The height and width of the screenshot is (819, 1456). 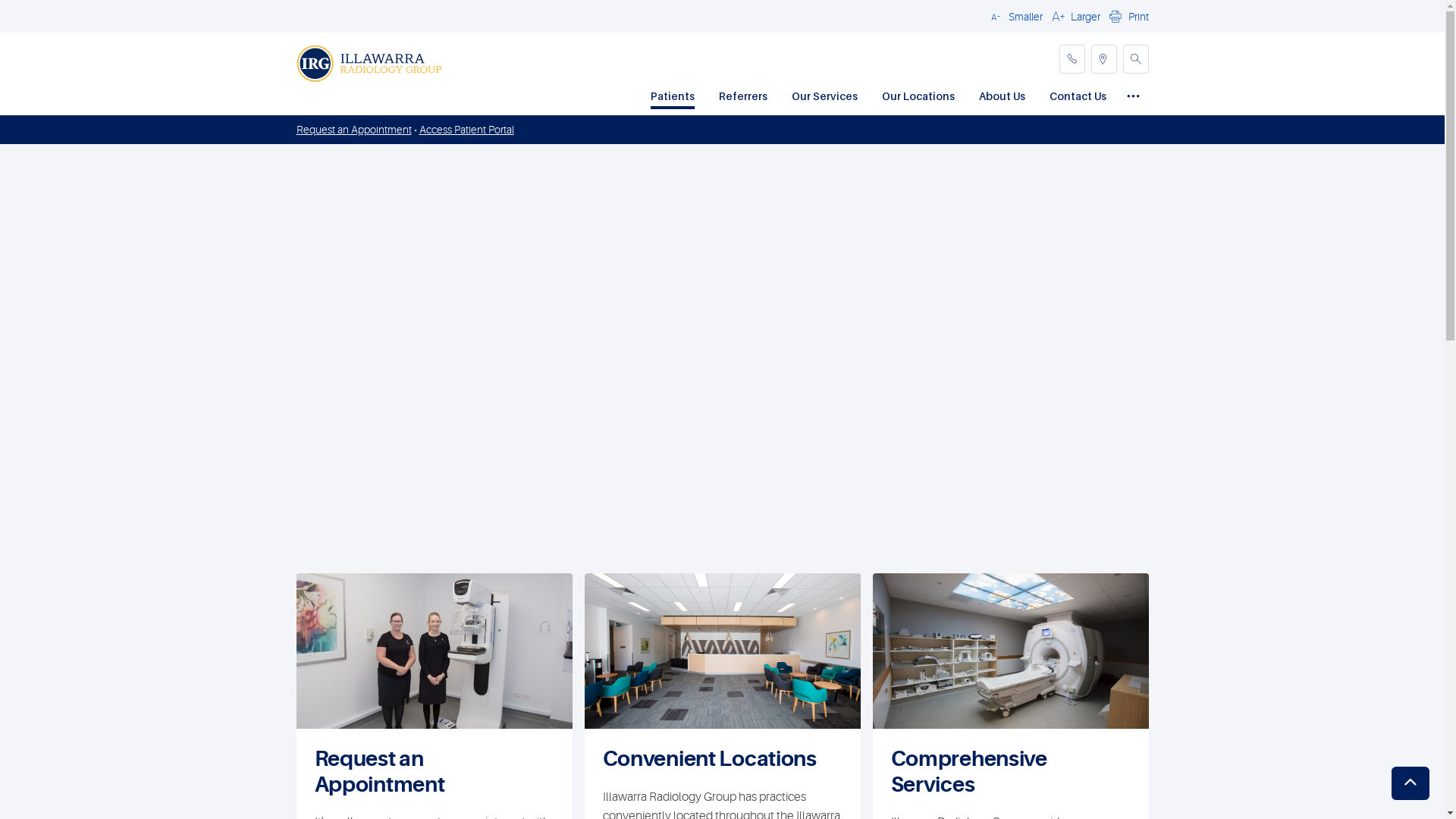 I want to click on 'Access Patient Portal', so click(x=465, y=128).